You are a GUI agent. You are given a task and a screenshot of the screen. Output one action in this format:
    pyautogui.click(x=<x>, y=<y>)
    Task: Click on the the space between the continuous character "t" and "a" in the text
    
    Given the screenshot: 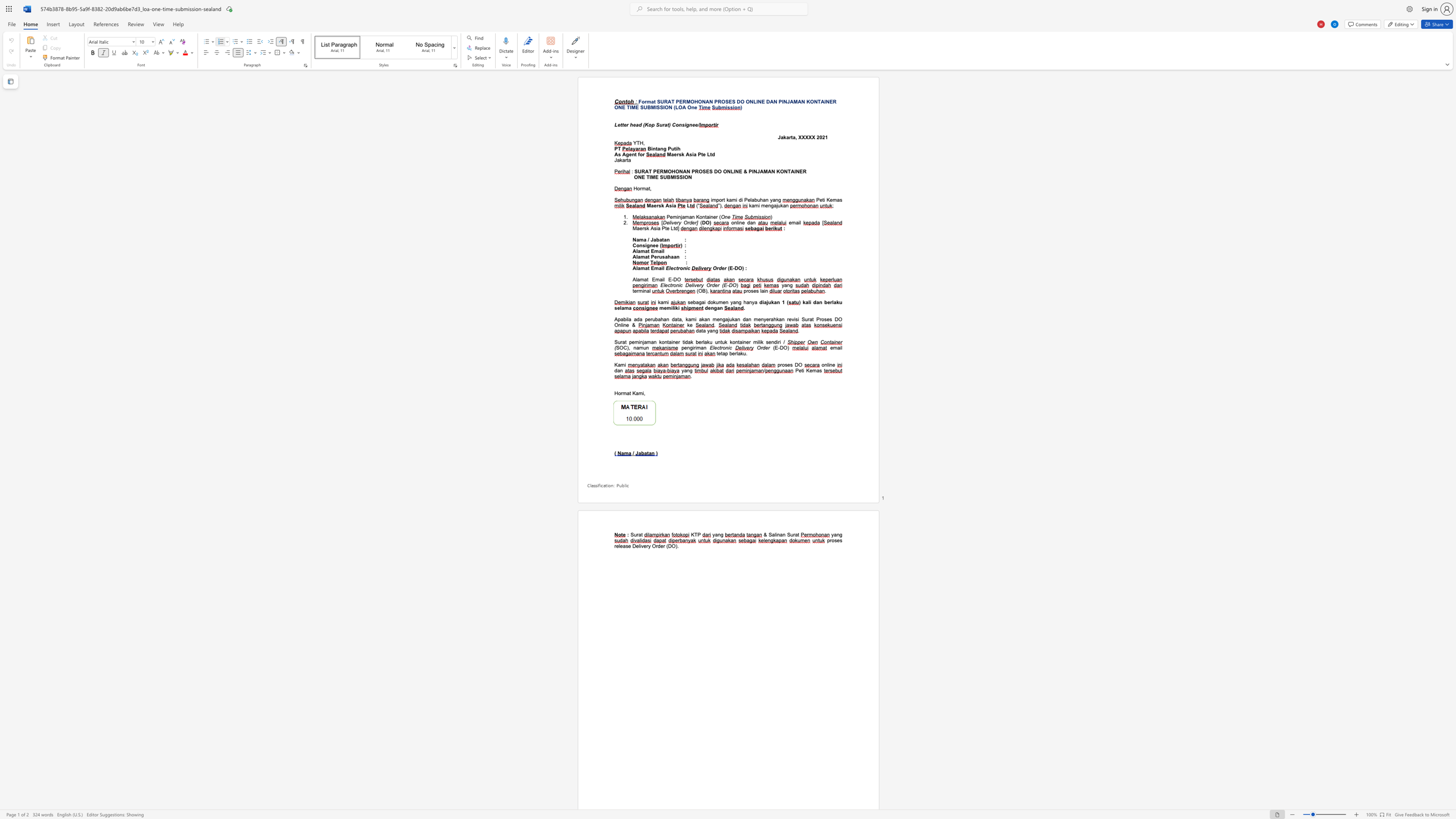 What is the action you would take?
    pyautogui.click(x=663, y=239)
    